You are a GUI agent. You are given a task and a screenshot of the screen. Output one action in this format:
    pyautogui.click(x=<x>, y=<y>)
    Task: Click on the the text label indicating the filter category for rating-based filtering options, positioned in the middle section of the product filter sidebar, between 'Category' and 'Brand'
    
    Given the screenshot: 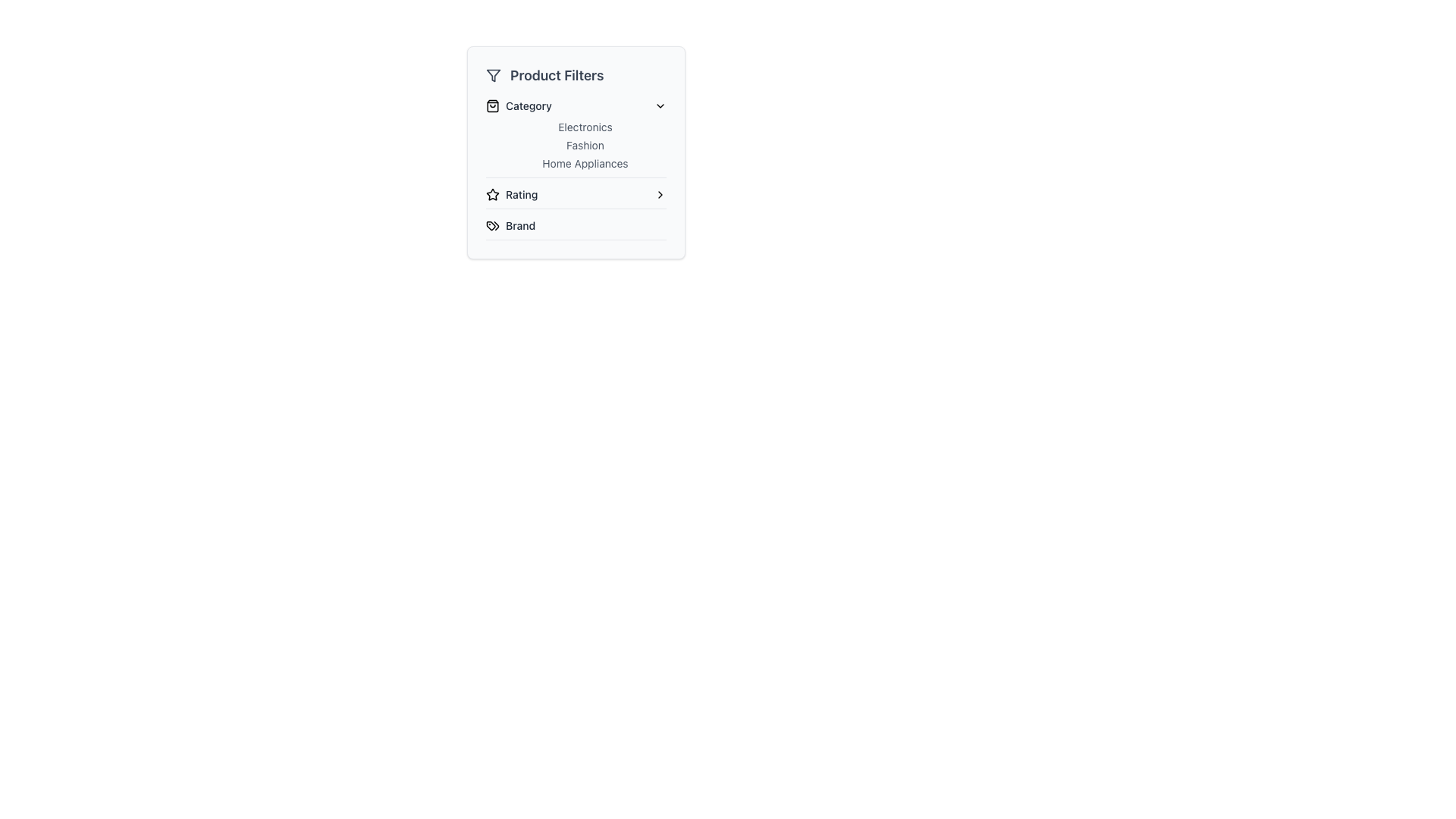 What is the action you would take?
    pyautogui.click(x=522, y=194)
    